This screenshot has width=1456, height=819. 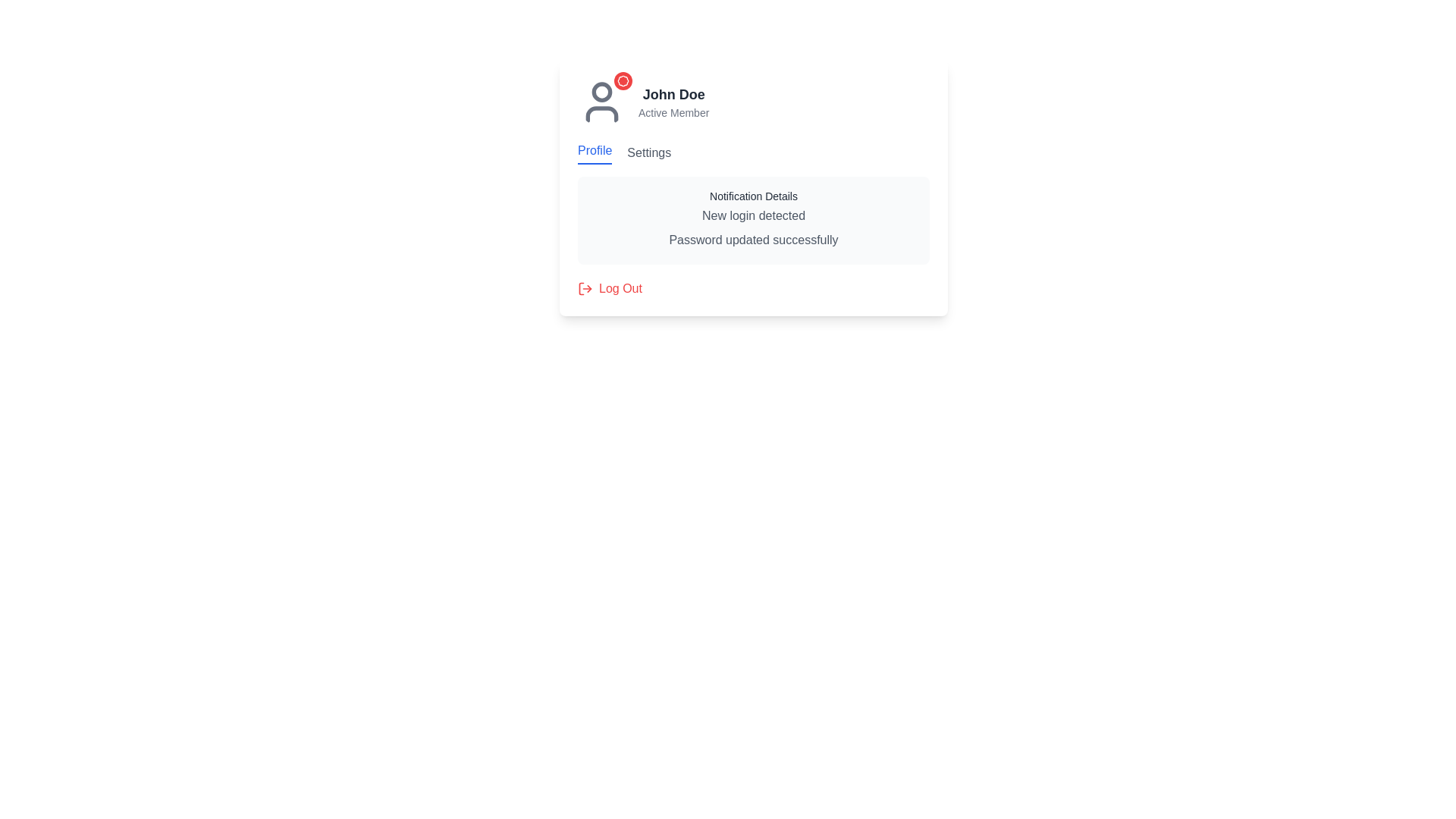 I want to click on the decorative circular graphic element located slightly above the center of the enclosing user profile icon, so click(x=601, y=91).